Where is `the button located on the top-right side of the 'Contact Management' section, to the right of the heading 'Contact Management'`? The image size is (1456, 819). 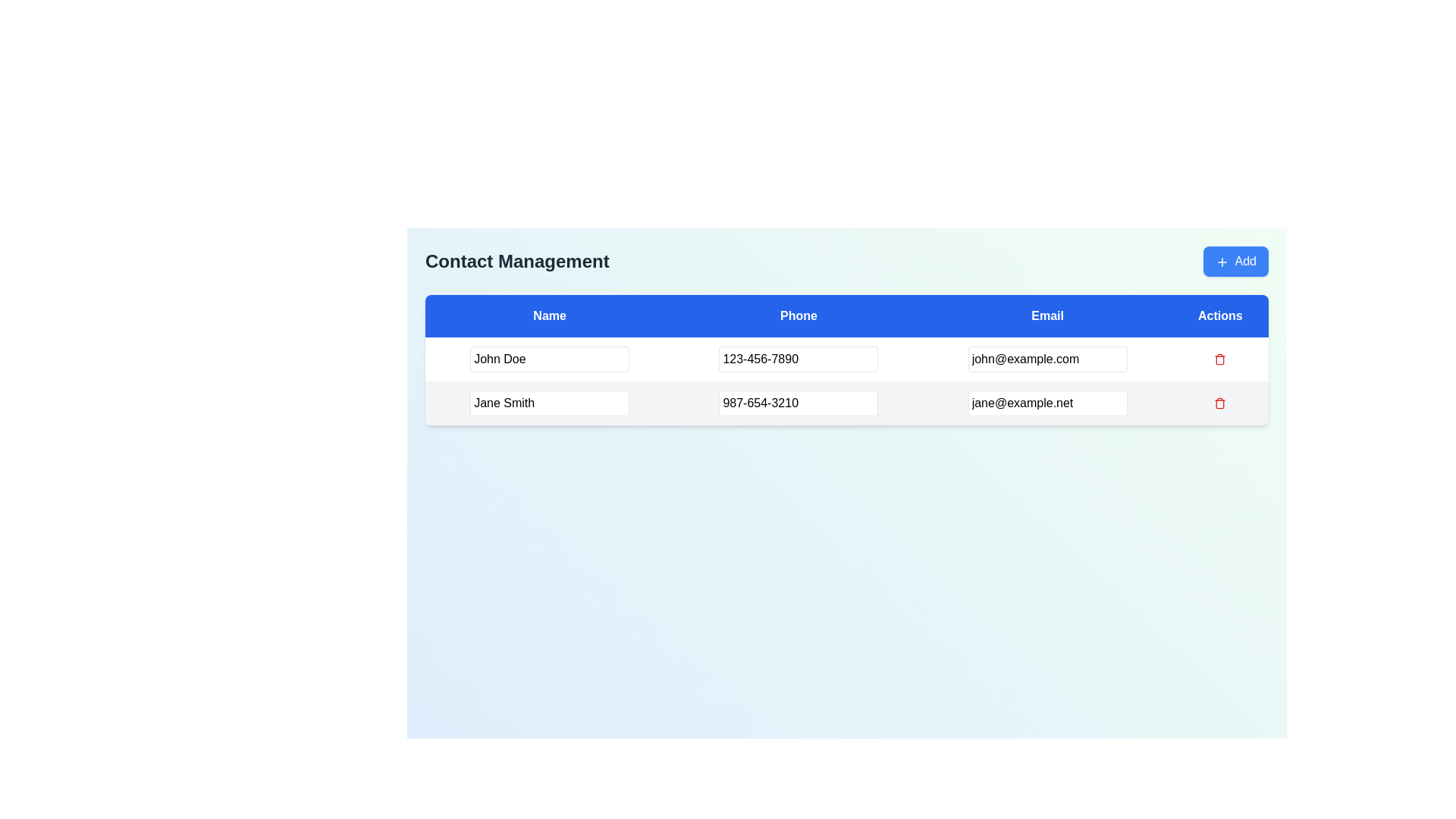
the button located on the top-right side of the 'Contact Management' section, to the right of the heading 'Contact Management' is located at coordinates (1235, 260).